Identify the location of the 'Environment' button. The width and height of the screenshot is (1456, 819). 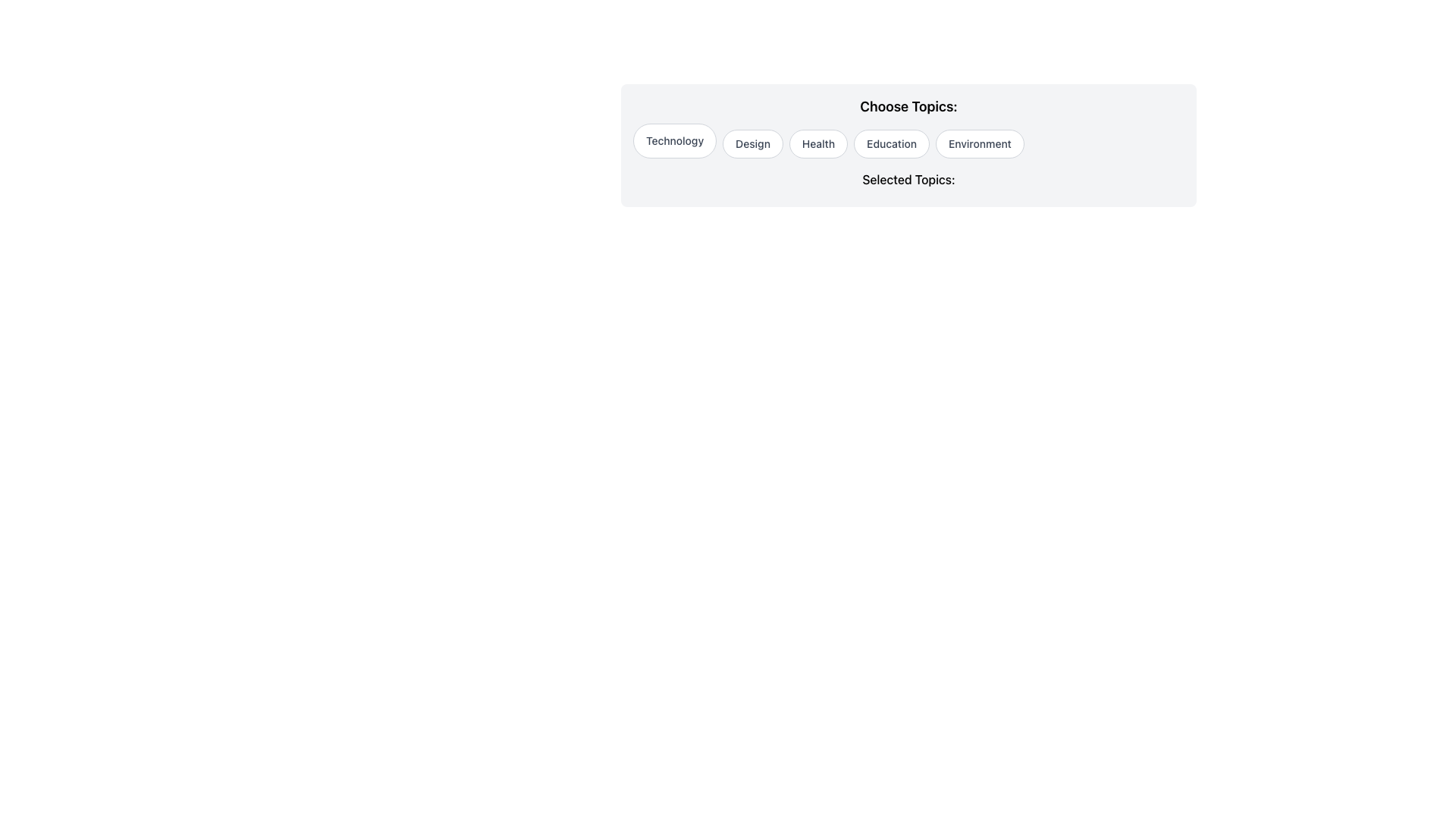
(980, 143).